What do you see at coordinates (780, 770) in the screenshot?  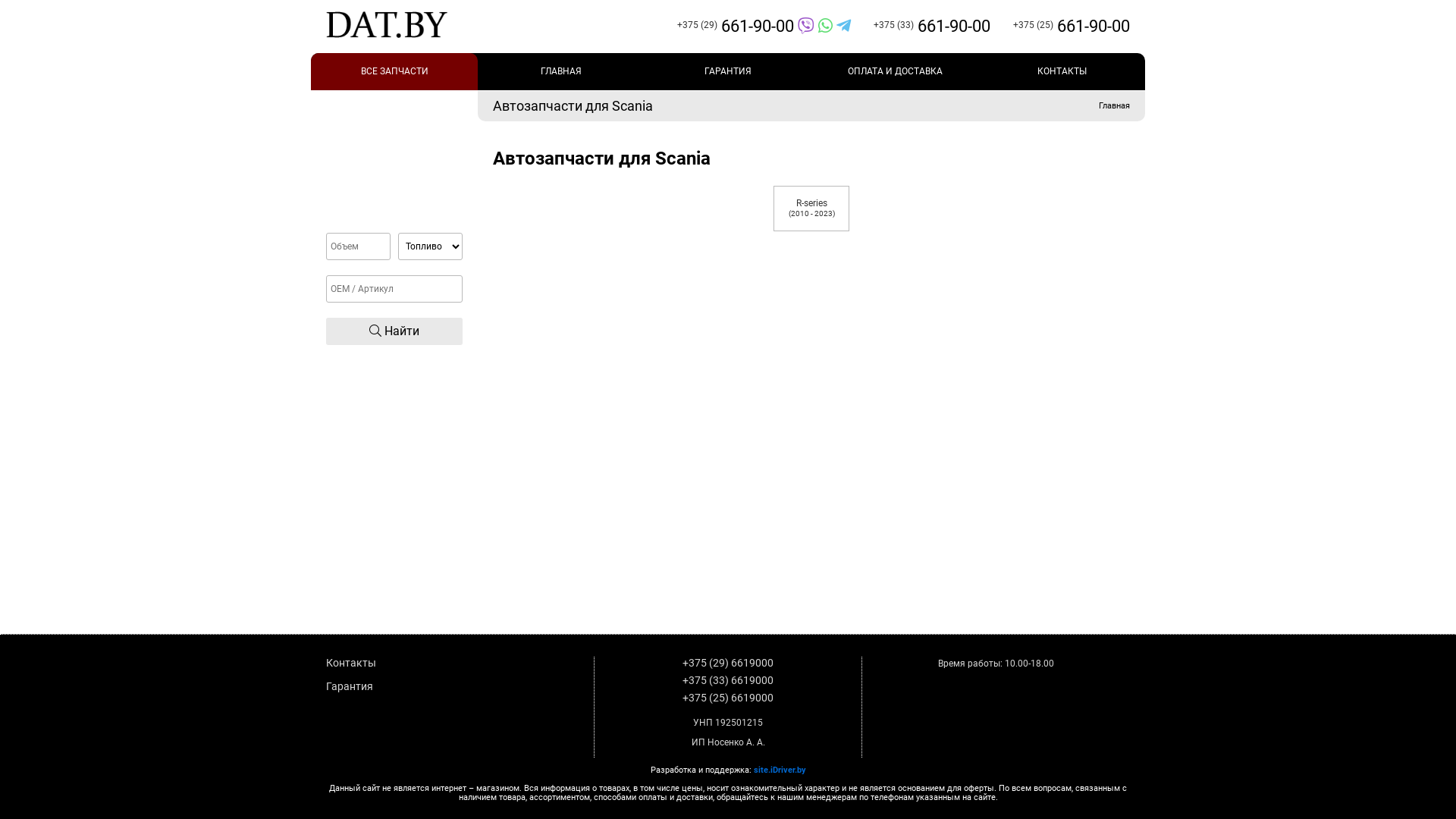 I see `'site.iDriver.by'` at bounding box center [780, 770].